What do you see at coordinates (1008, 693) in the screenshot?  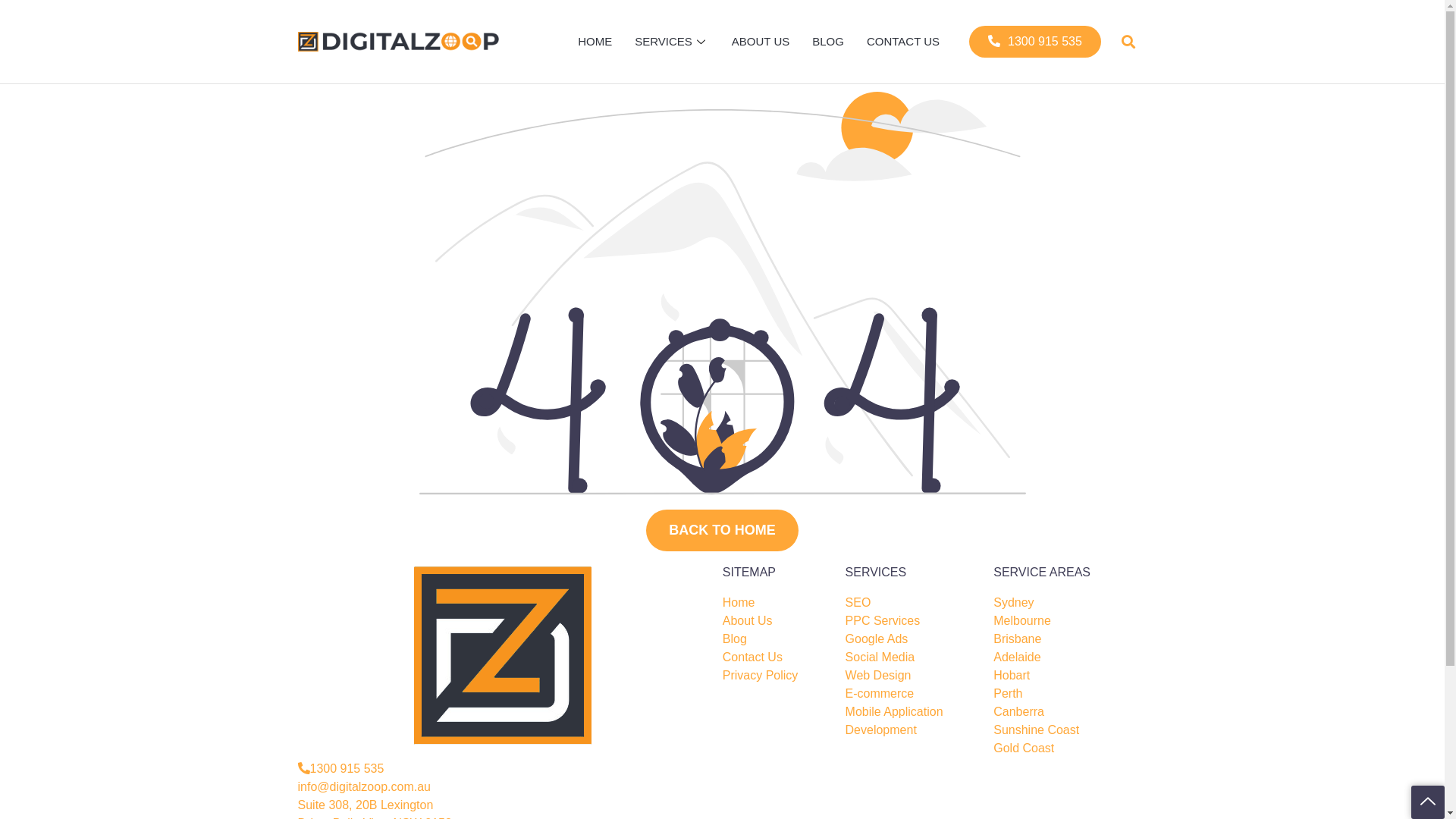 I see `'Perth'` at bounding box center [1008, 693].